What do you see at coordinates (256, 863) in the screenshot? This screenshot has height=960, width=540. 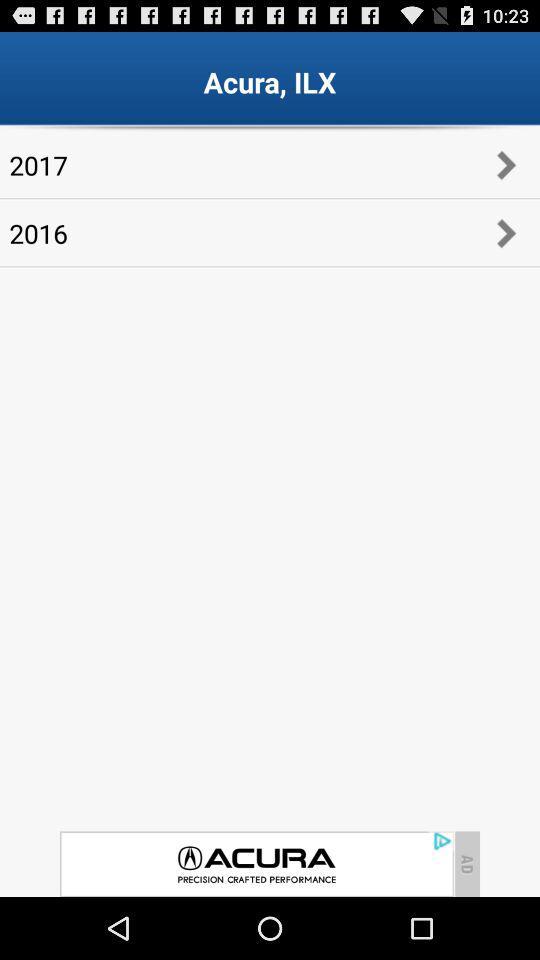 I see `advertisement` at bounding box center [256, 863].